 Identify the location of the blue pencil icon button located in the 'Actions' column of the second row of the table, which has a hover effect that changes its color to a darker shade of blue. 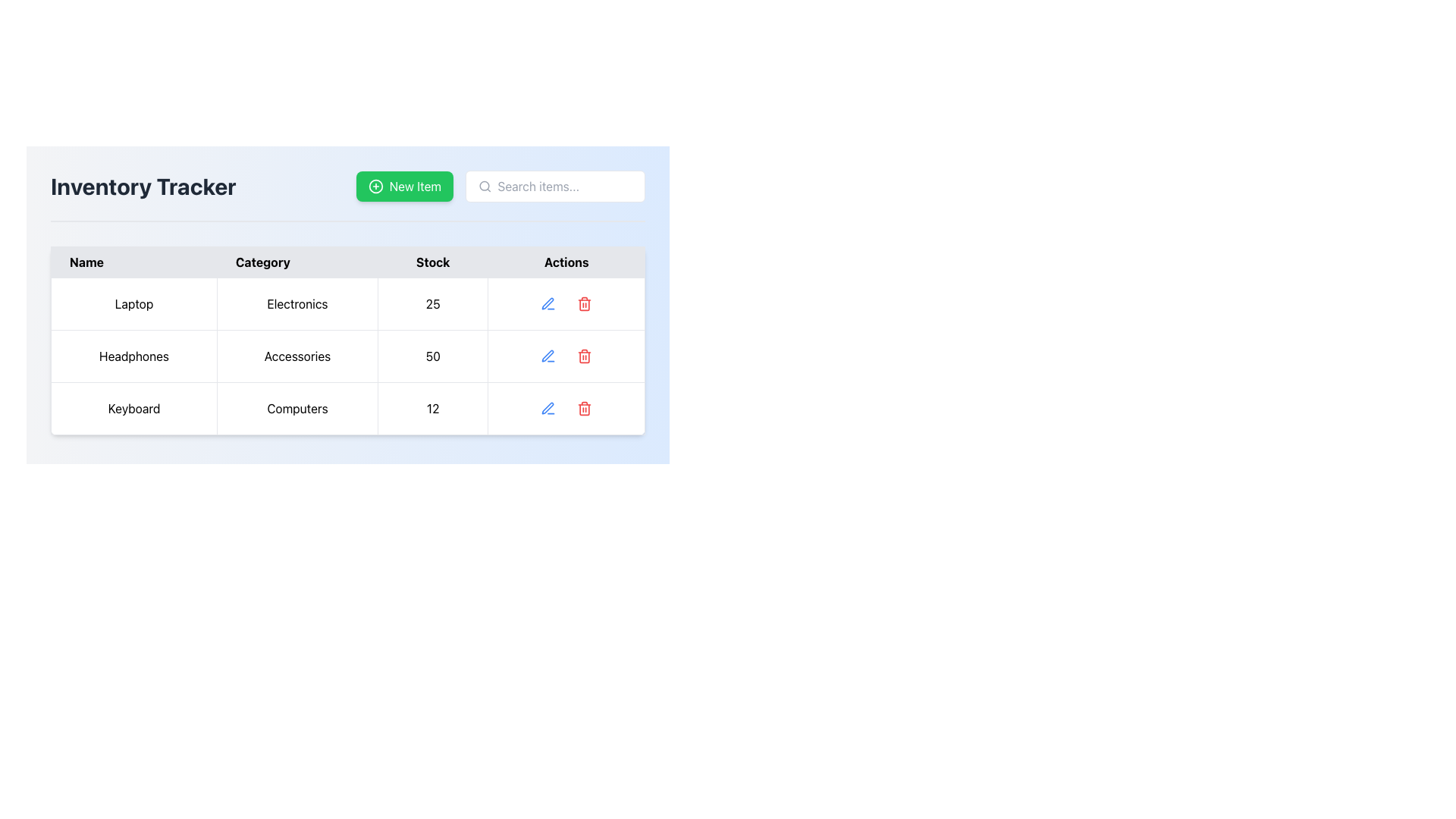
(548, 356).